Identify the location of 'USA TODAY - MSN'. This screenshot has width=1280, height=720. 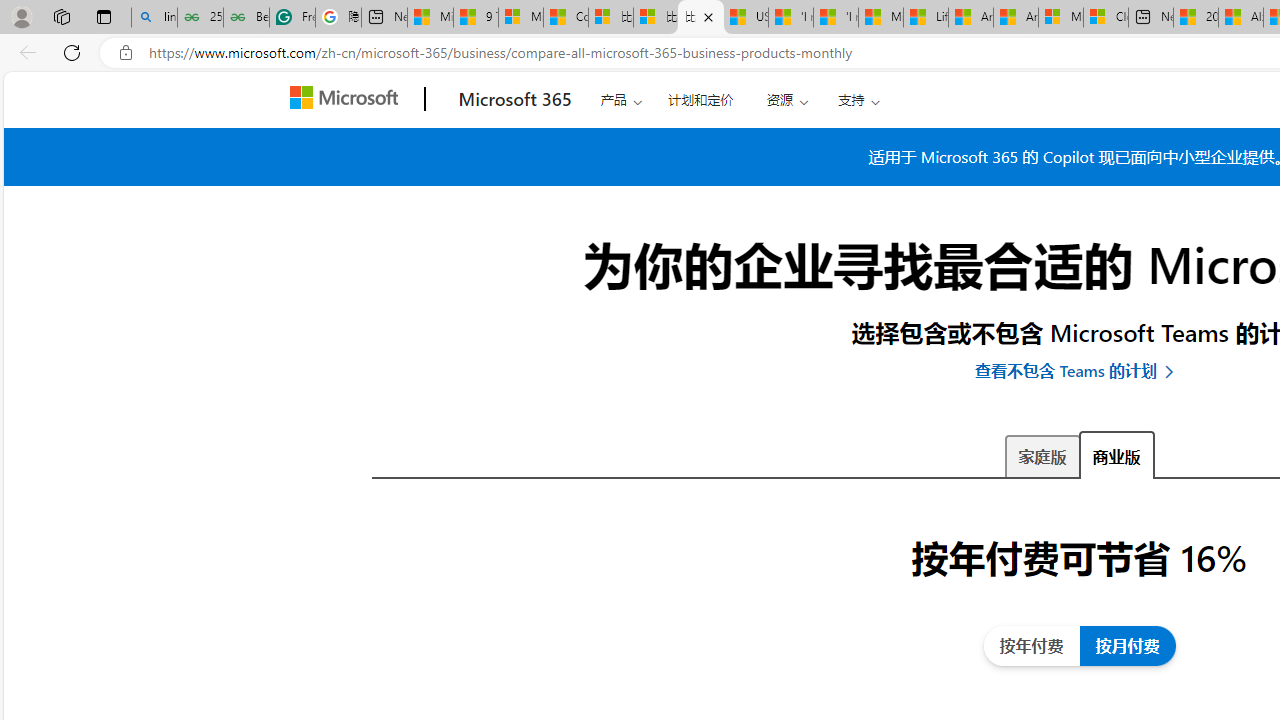
(745, 17).